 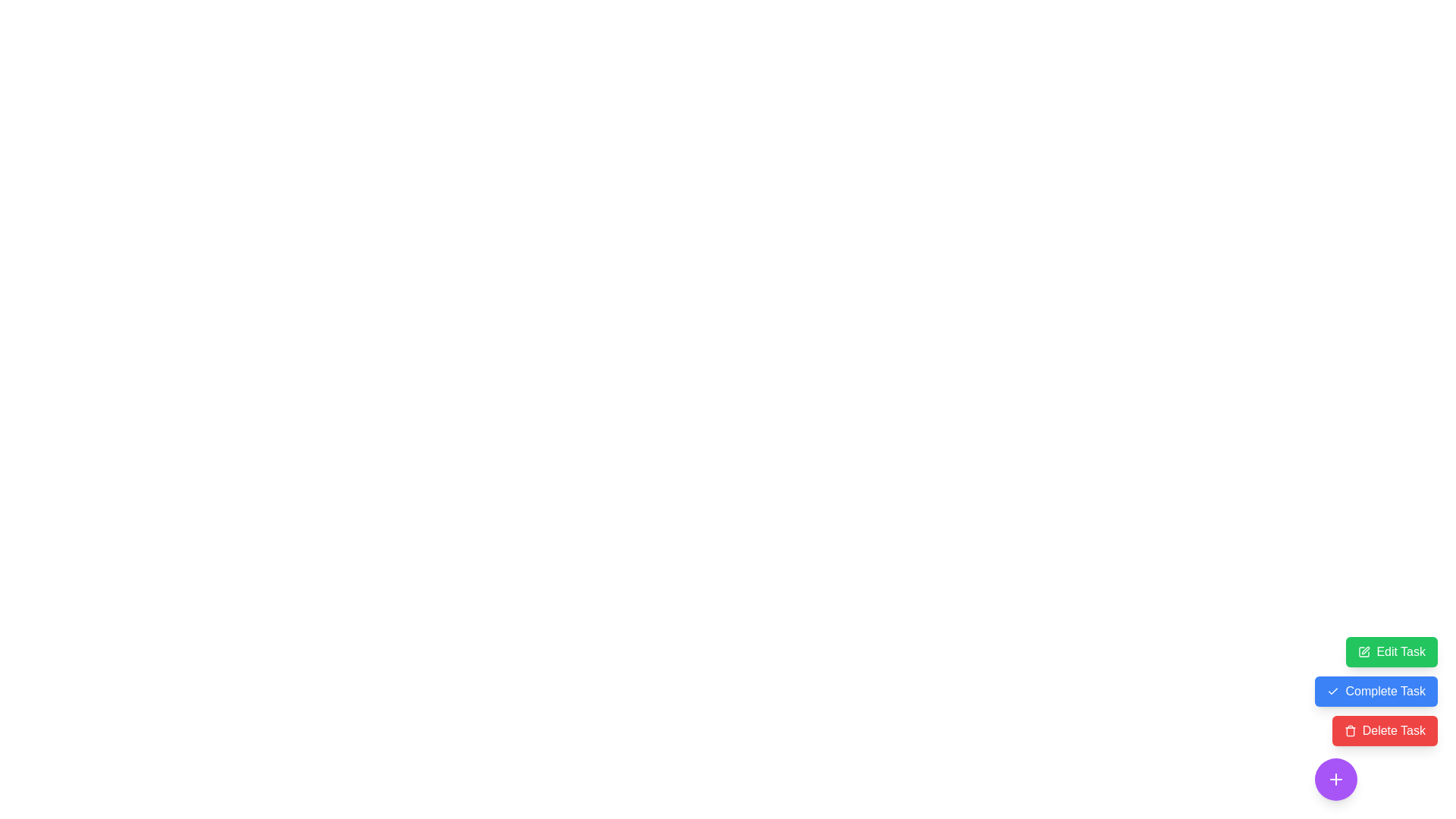 What do you see at coordinates (1364, 651) in the screenshot?
I see `the 'Edit Task' button, which contains a small square-shaped icon with a pen design` at bounding box center [1364, 651].